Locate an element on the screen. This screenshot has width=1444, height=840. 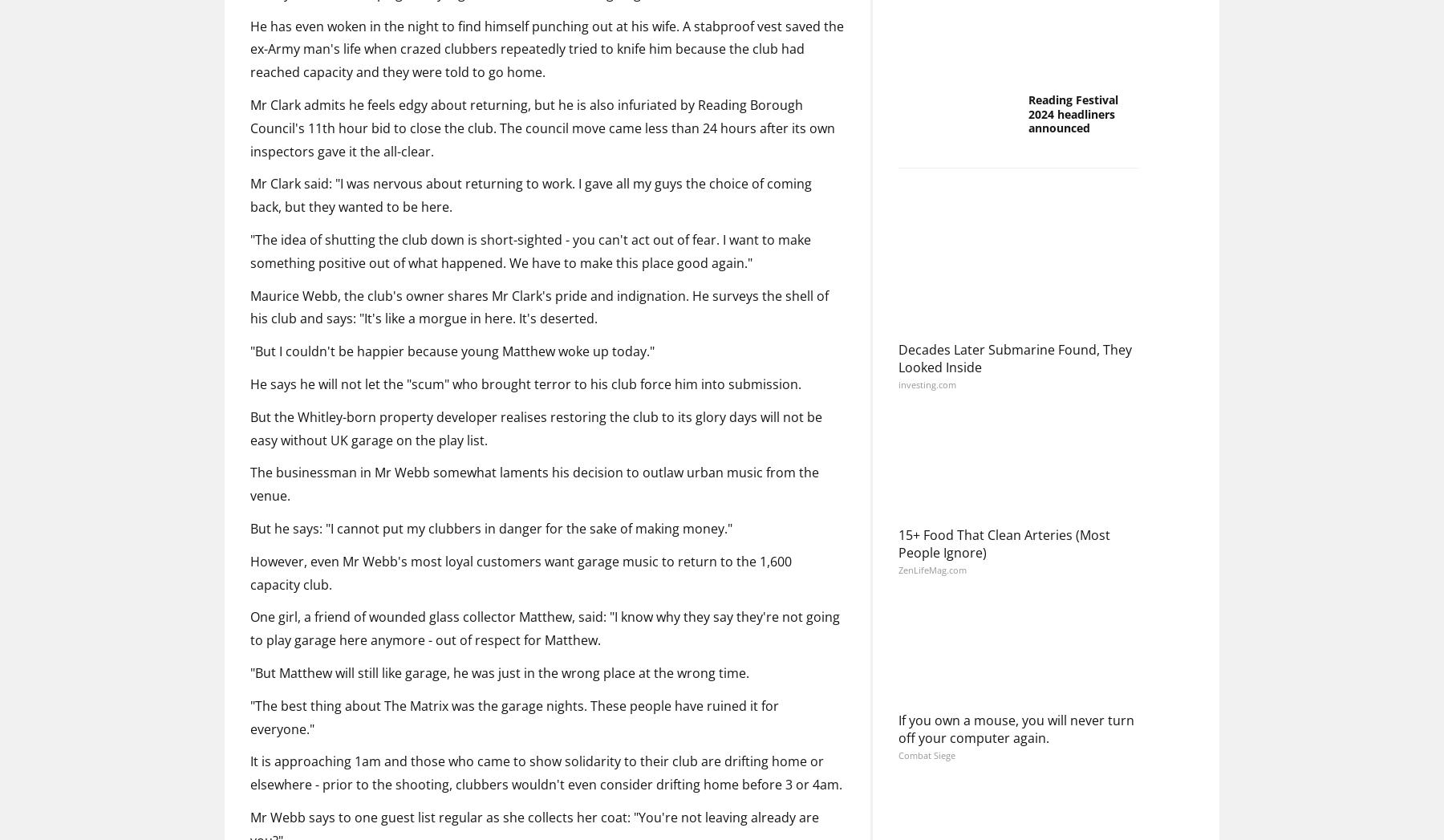
'Mr Clark admits he feels edgy about returning, but he is also infuriated by Reading Borough Council's 11th hour bid to close the club. The council move came less than 24 hours after its own inspectors gave it the all-clear.' is located at coordinates (541, 128).